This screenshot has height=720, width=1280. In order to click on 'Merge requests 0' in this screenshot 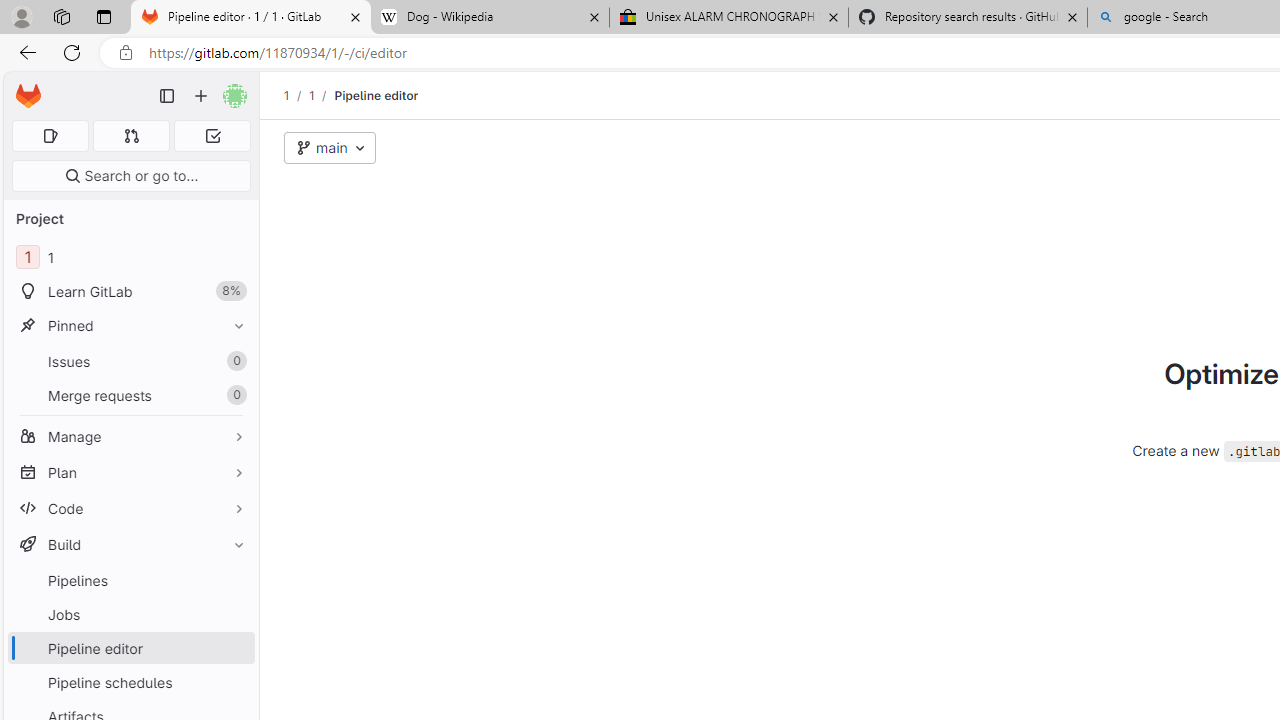, I will do `click(130, 395)`.